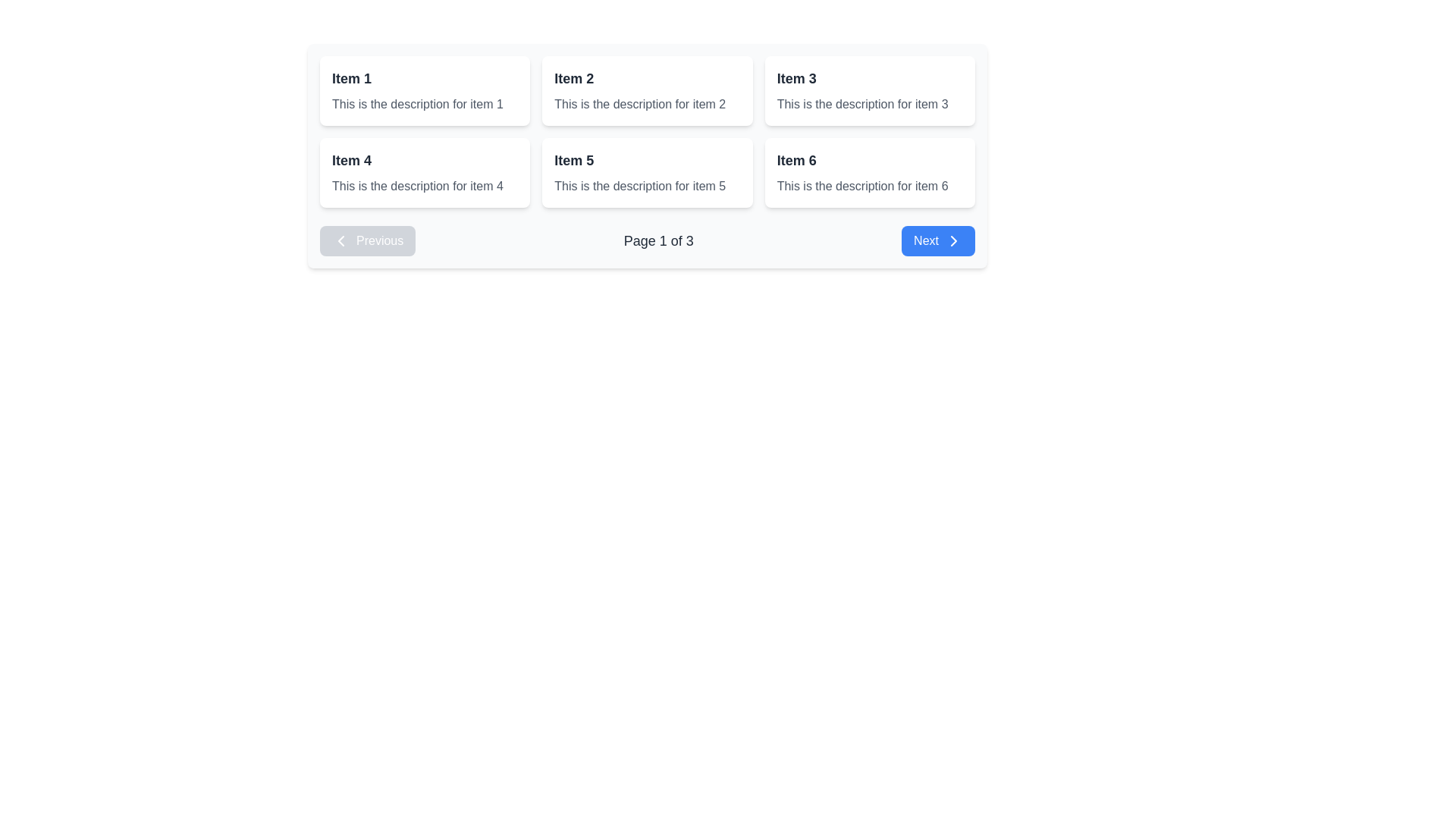 The image size is (1456, 819). Describe the element at coordinates (425, 171) in the screenshot. I see `the fourth card` at that location.